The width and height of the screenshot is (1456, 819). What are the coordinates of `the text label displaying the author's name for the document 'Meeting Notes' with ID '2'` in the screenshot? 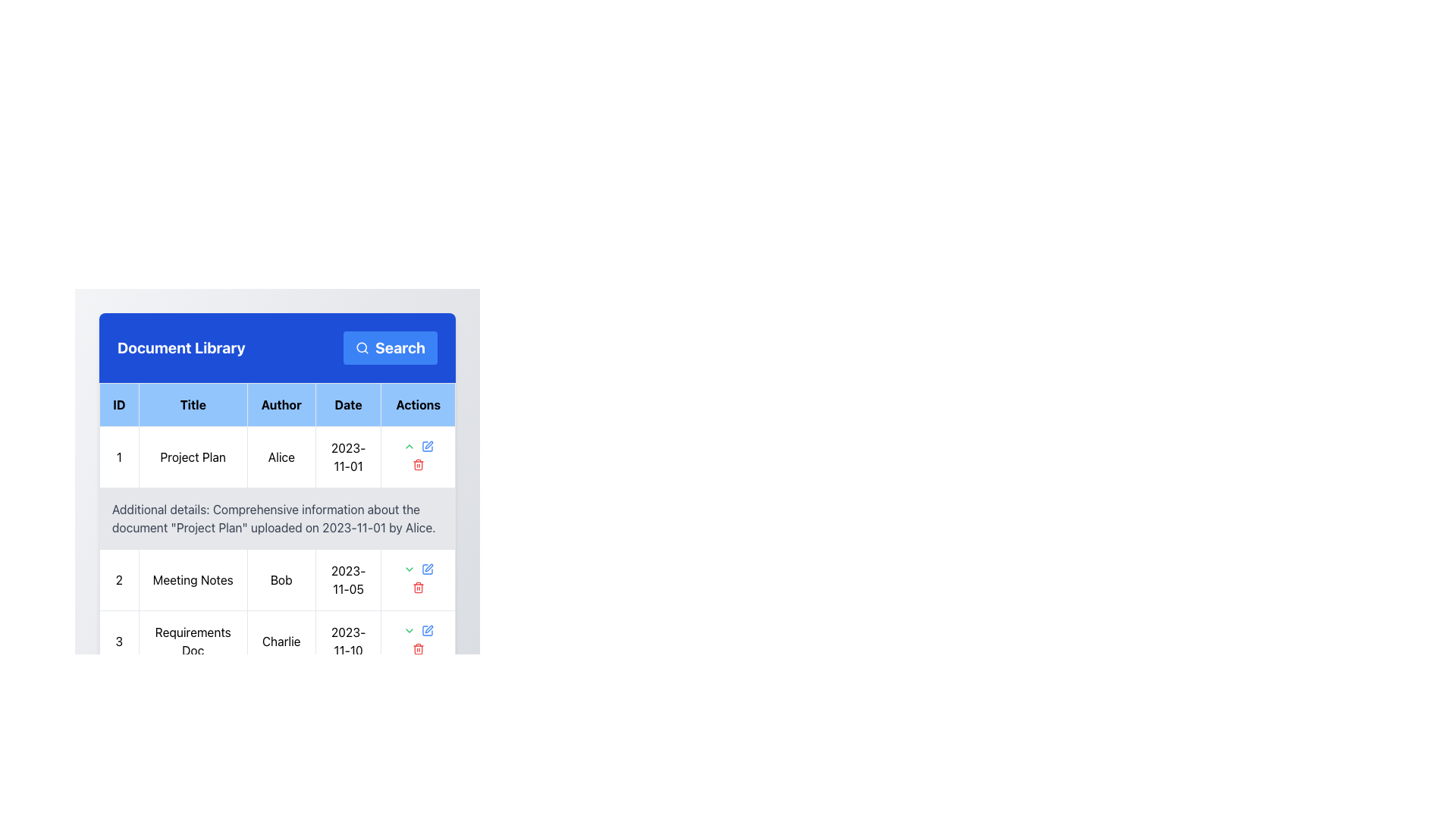 It's located at (277, 579).